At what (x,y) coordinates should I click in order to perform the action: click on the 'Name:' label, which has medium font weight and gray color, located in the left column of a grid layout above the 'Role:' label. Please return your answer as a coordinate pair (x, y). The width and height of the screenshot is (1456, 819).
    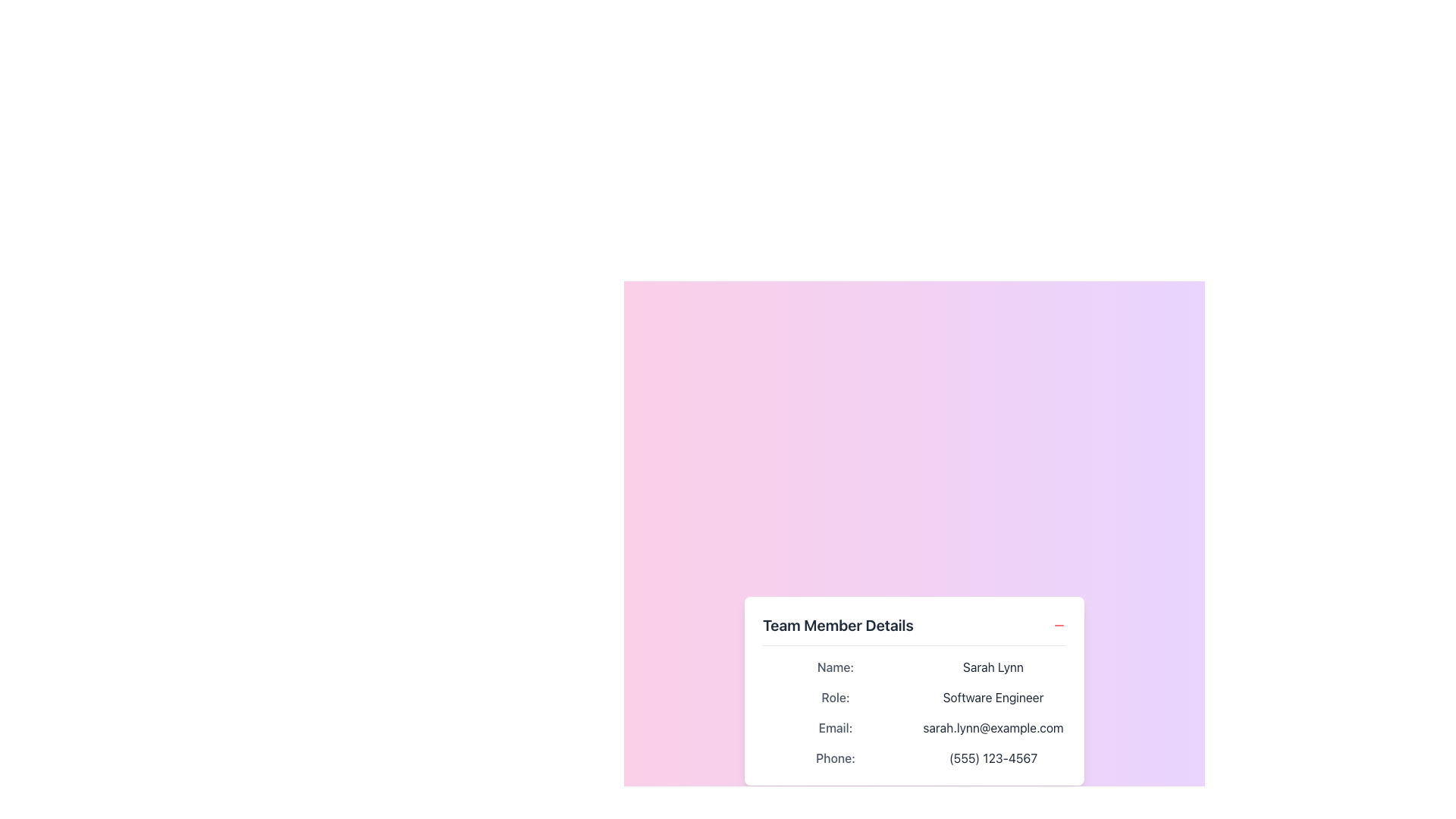
    Looking at the image, I should click on (835, 666).